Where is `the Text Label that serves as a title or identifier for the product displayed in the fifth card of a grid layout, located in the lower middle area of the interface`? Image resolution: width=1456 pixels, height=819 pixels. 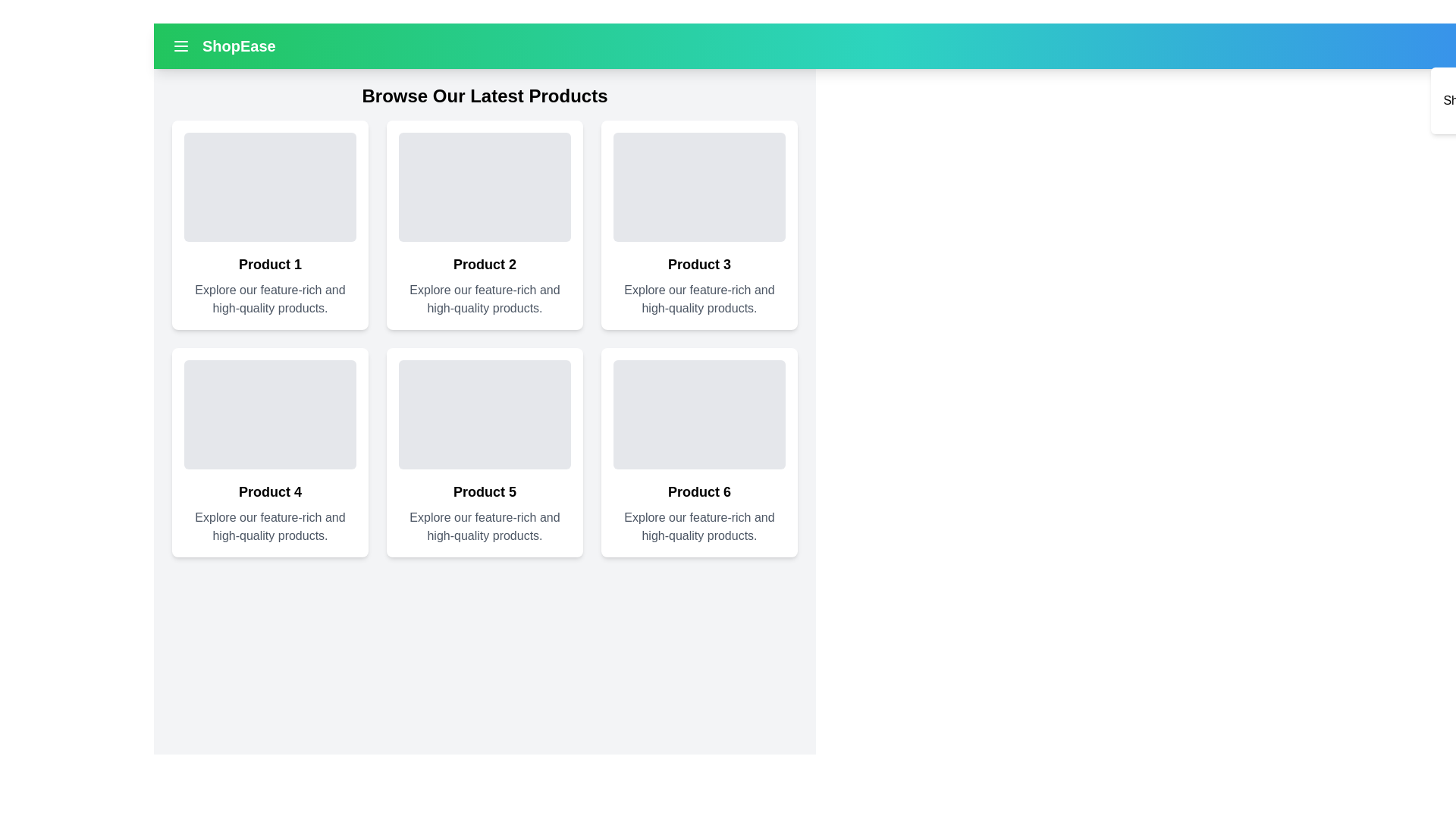
the Text Label that serves as a title or identifier for the product displayed in the fifth card of a grid layout, located in the lower middle area of the interface is located at coordinates (484, 491).